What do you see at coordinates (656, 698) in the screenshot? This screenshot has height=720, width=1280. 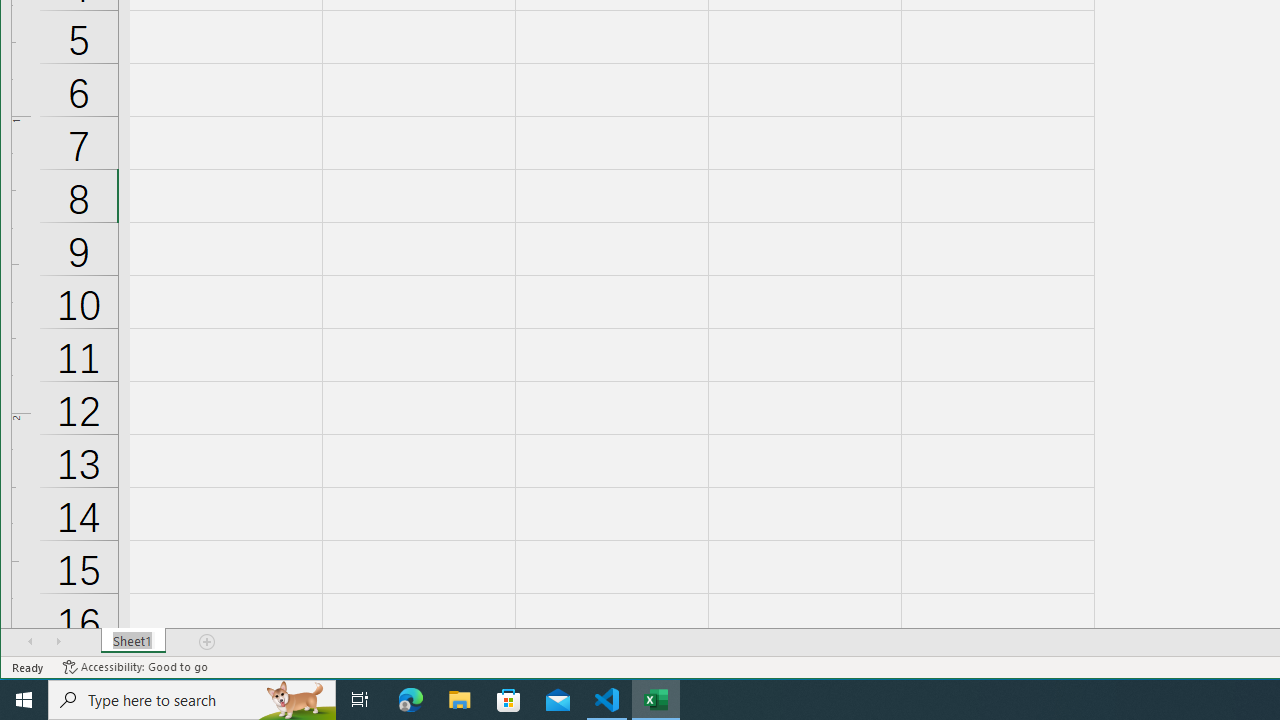 I see `'Excel - 1 running window'` at bounding box center [656, 698].